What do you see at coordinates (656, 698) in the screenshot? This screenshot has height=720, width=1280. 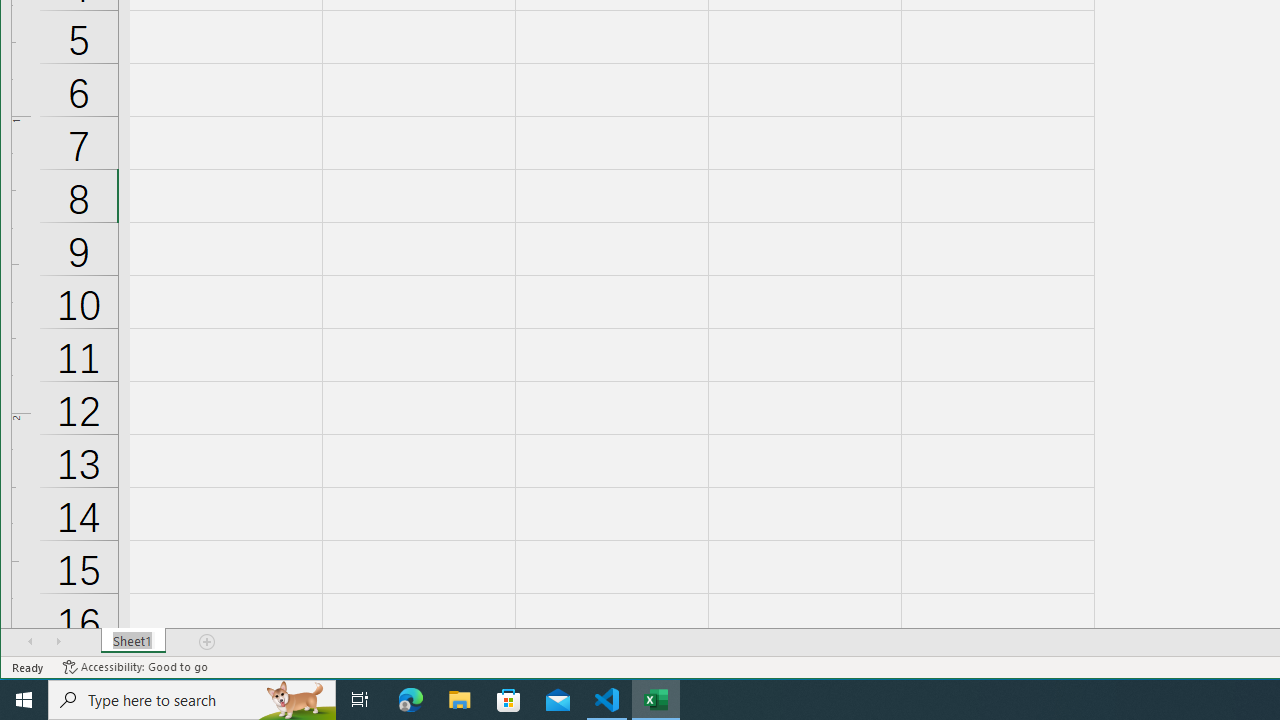 I see `'Excel - 1 running window'` at bounding box center [656, 698].